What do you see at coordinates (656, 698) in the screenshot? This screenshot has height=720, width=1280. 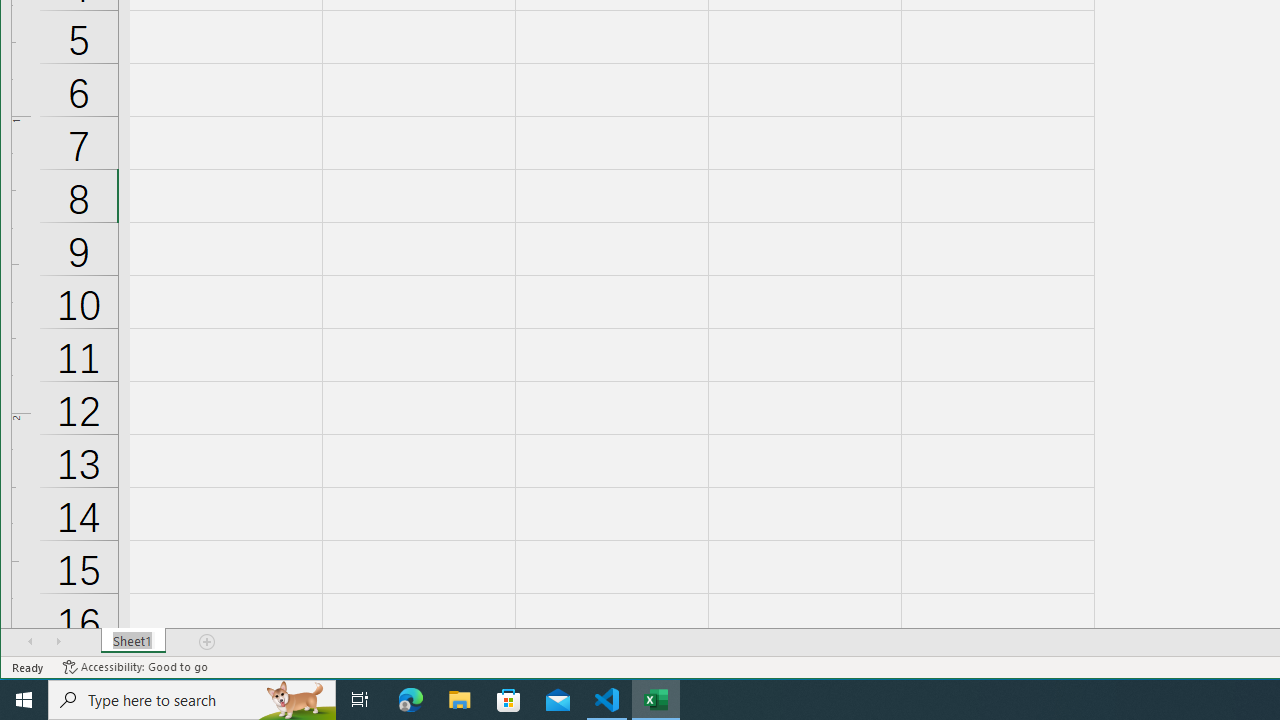 I see `'Excel - 1 running window'` at bounding box center [656, 698].